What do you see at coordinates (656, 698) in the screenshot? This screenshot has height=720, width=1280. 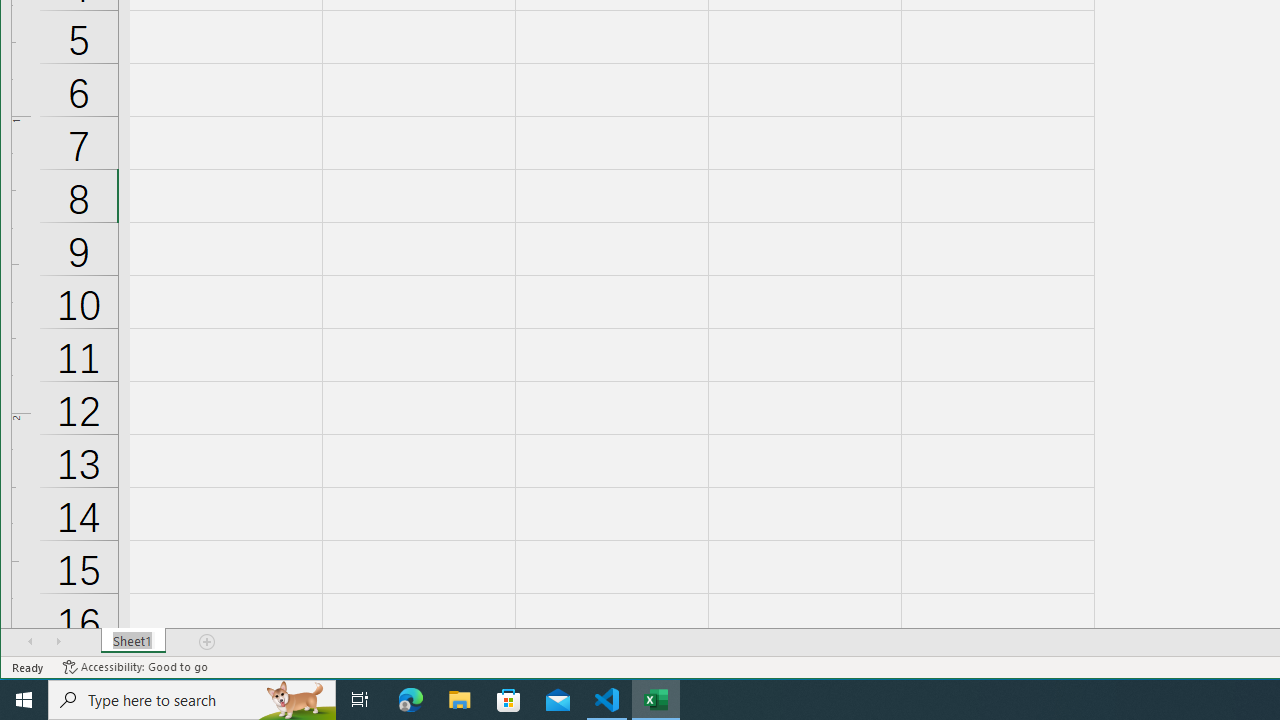 I see `'Excel - 1 running window'` at bounding box center [656, 698].